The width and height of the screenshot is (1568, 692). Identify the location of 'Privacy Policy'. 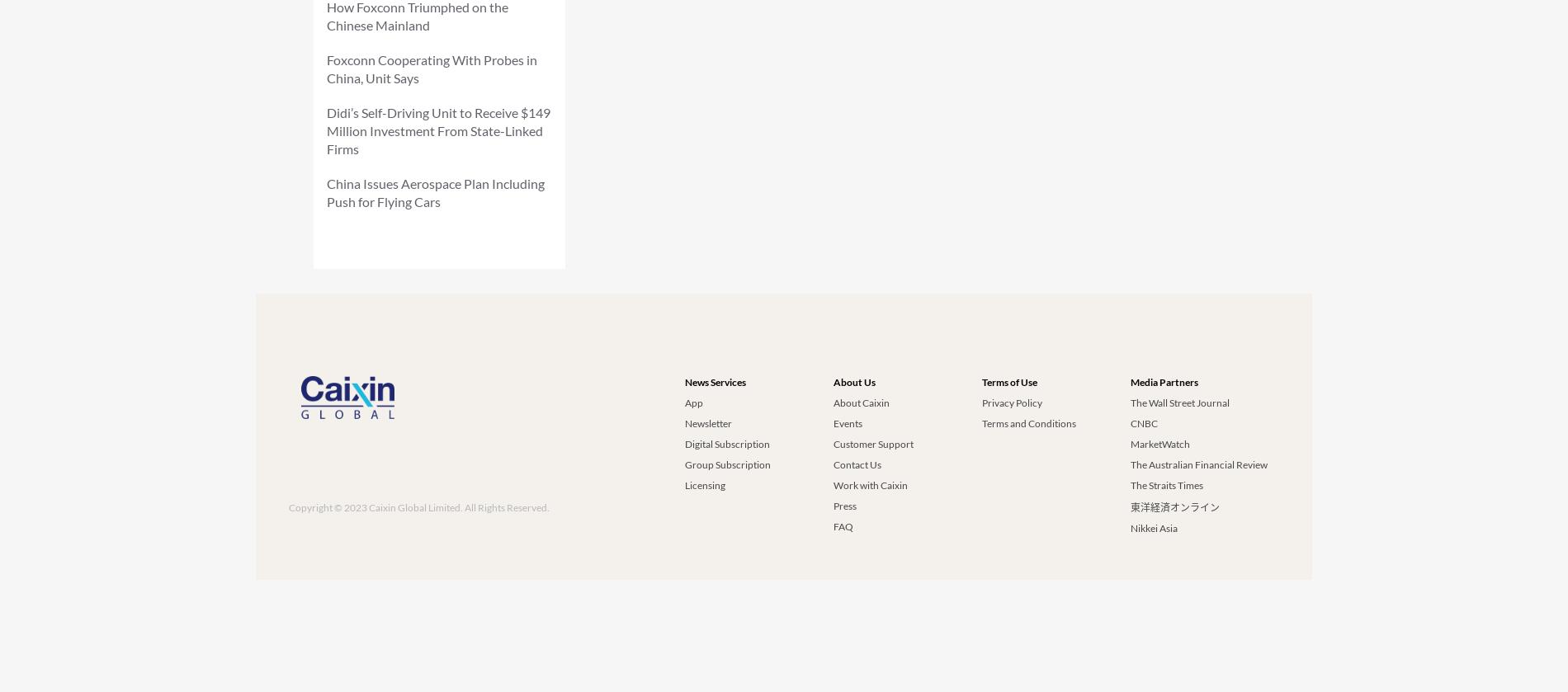
(980, 402).